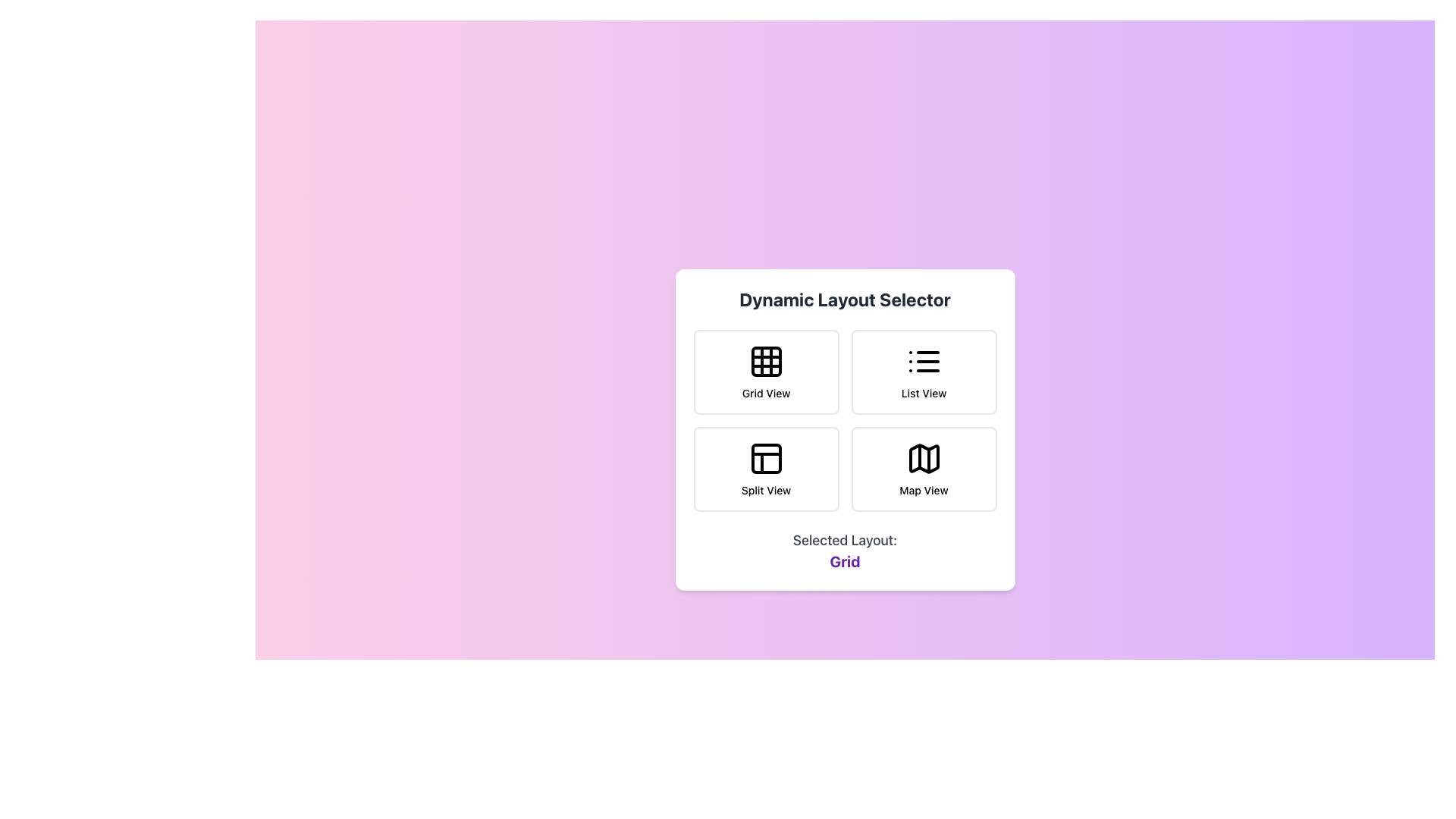  I want to click on the grid layout button located in the top-left corner of the interface, so click(766, 372).